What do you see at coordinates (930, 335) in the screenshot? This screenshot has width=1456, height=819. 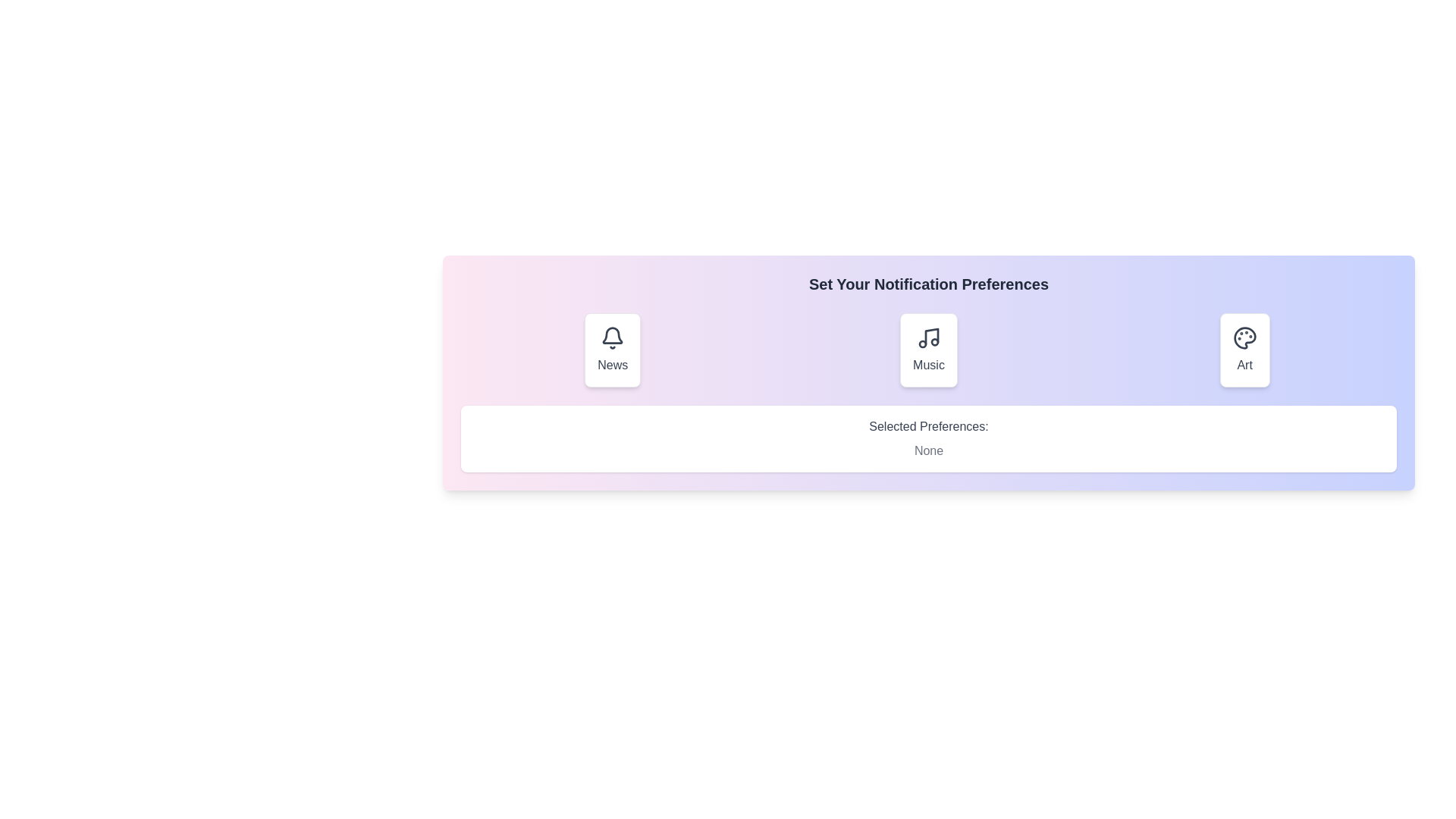 I see `the vertical line of the musical note within the 'Music' icon, which is located at the center of the interface` at bounding box center [930, 335].